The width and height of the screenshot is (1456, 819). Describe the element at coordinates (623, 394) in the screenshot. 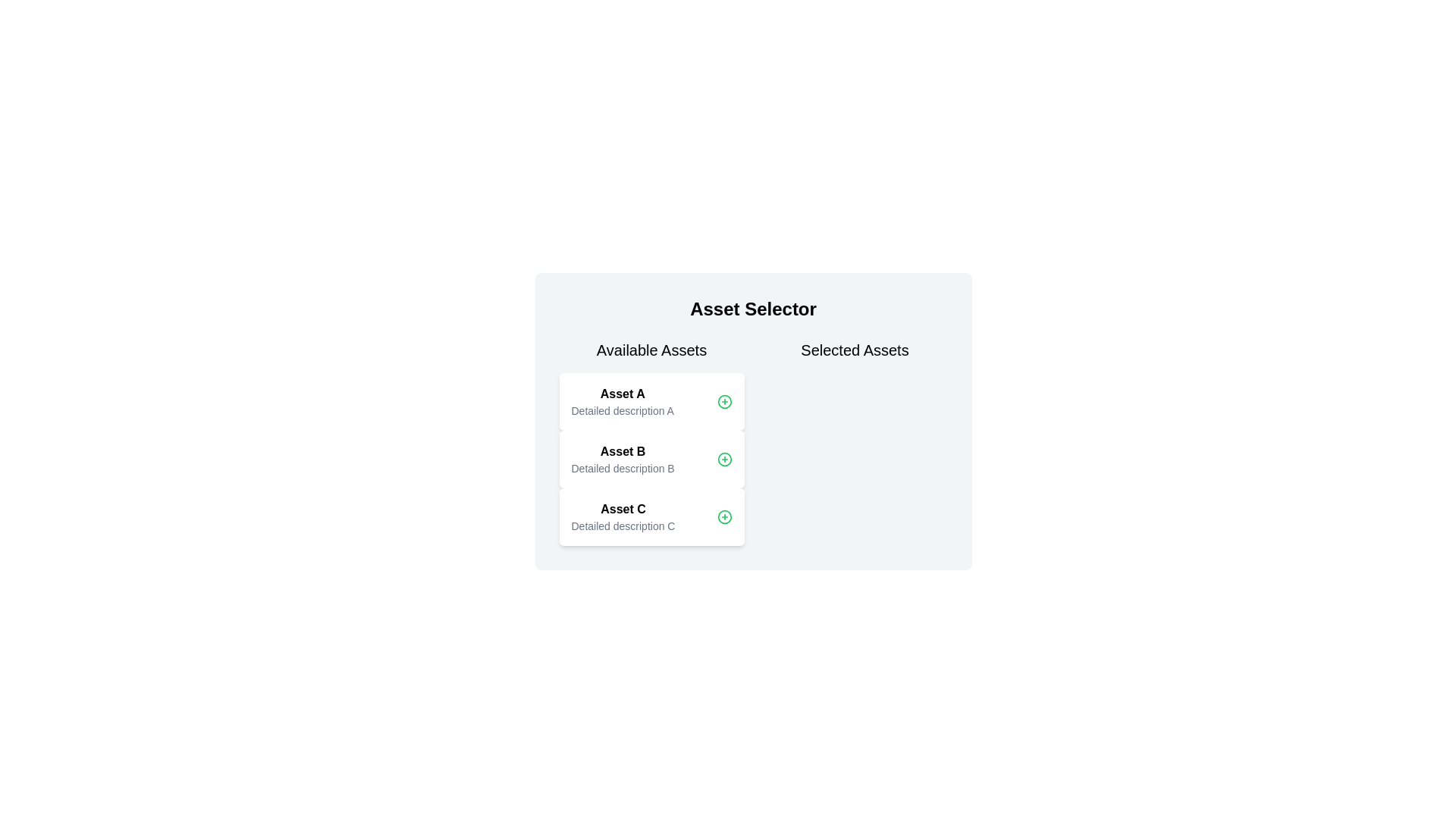

I see `the text label 'Asset A' in the 'Available Assets' section of the 'Asset Selector' interface to reference the asset for selection` at that location.